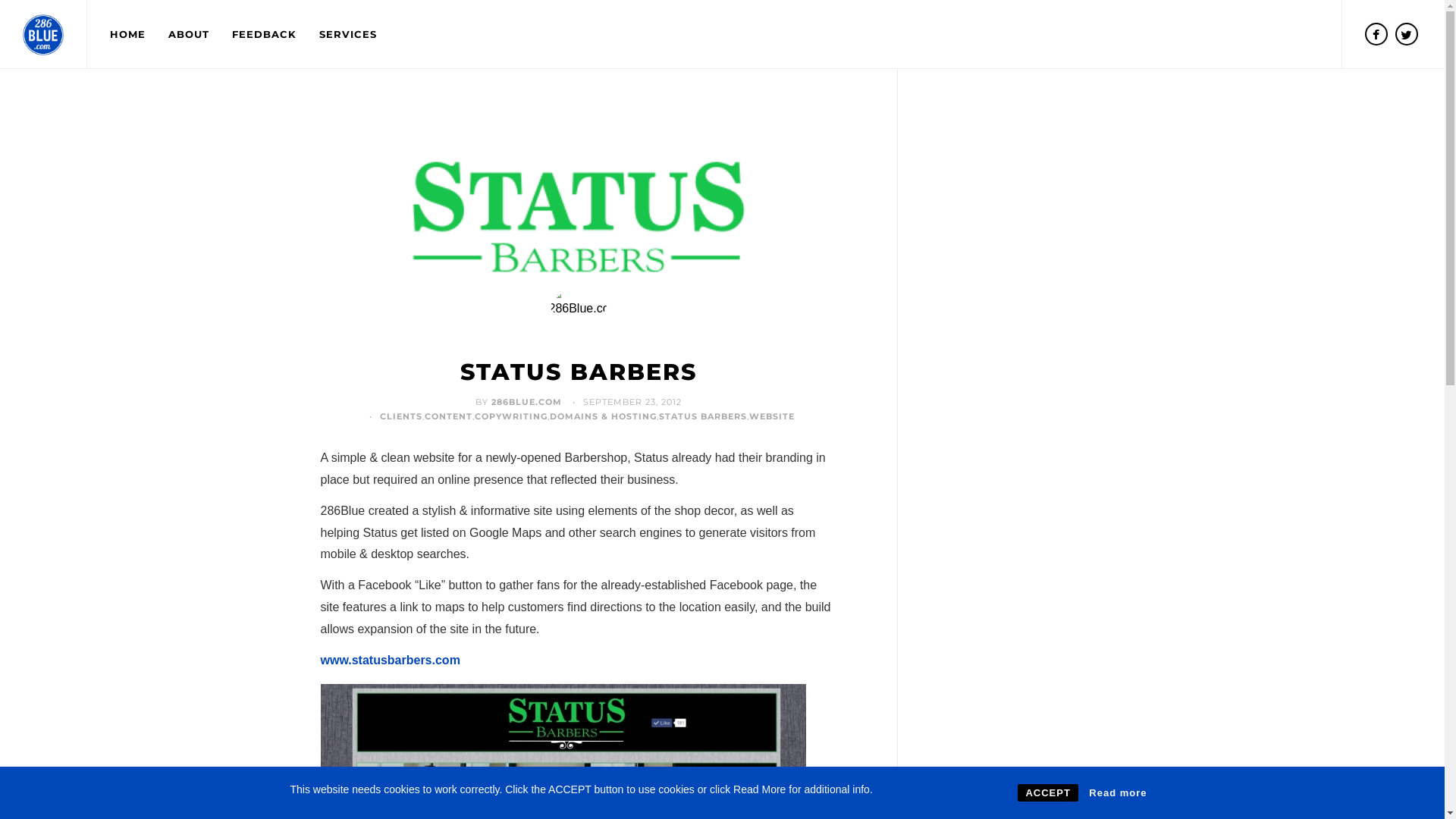 The width and height of the screenshot is (1456, 819). I want to click on 'CONTENT', so click(447, 416).